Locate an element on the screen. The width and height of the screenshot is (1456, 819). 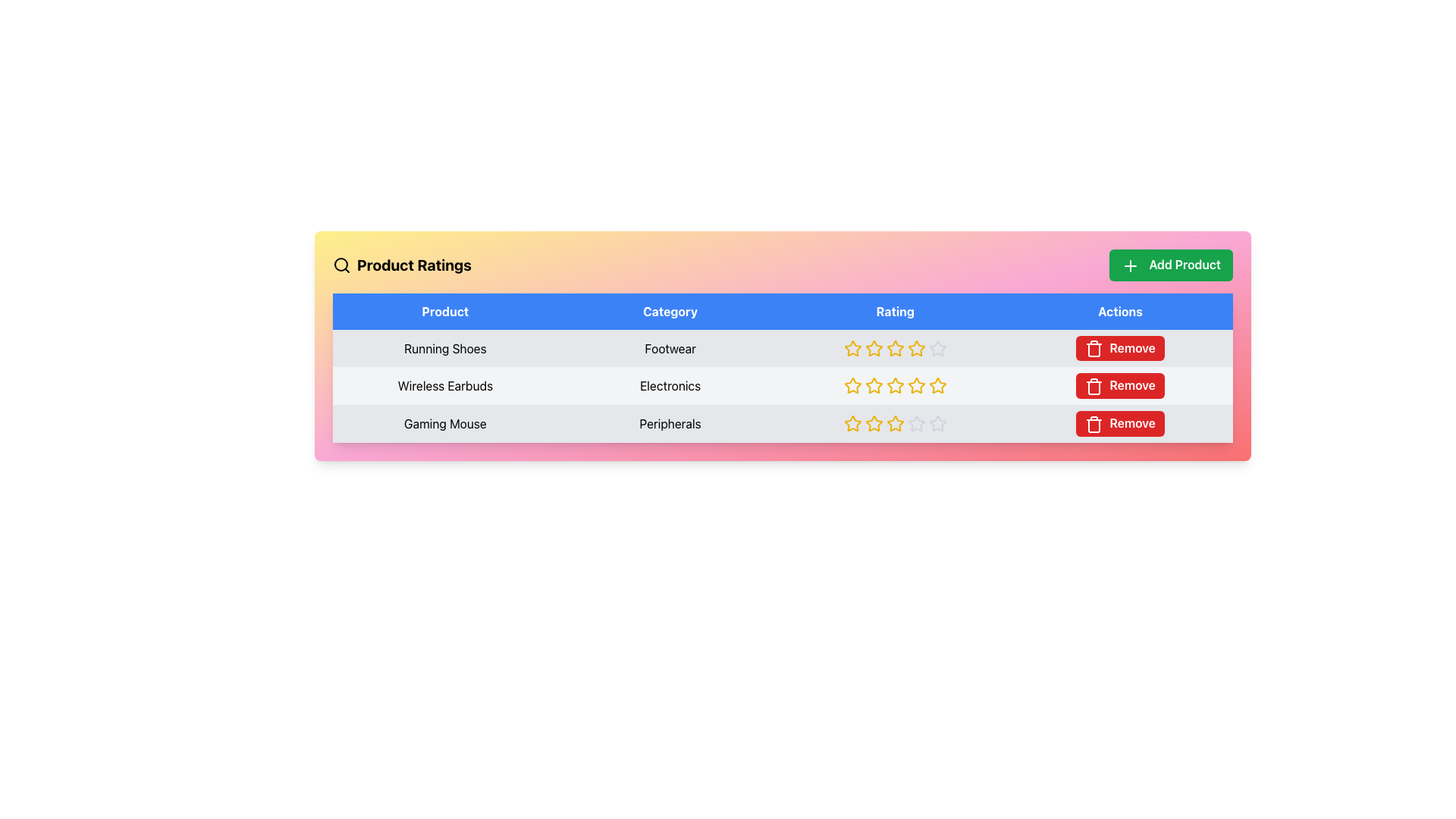
the search icon located at the top-left corner of the 'Product Ratings' header, adjacent to the text 'Product Ratings' is located at coordinates (341, 263).